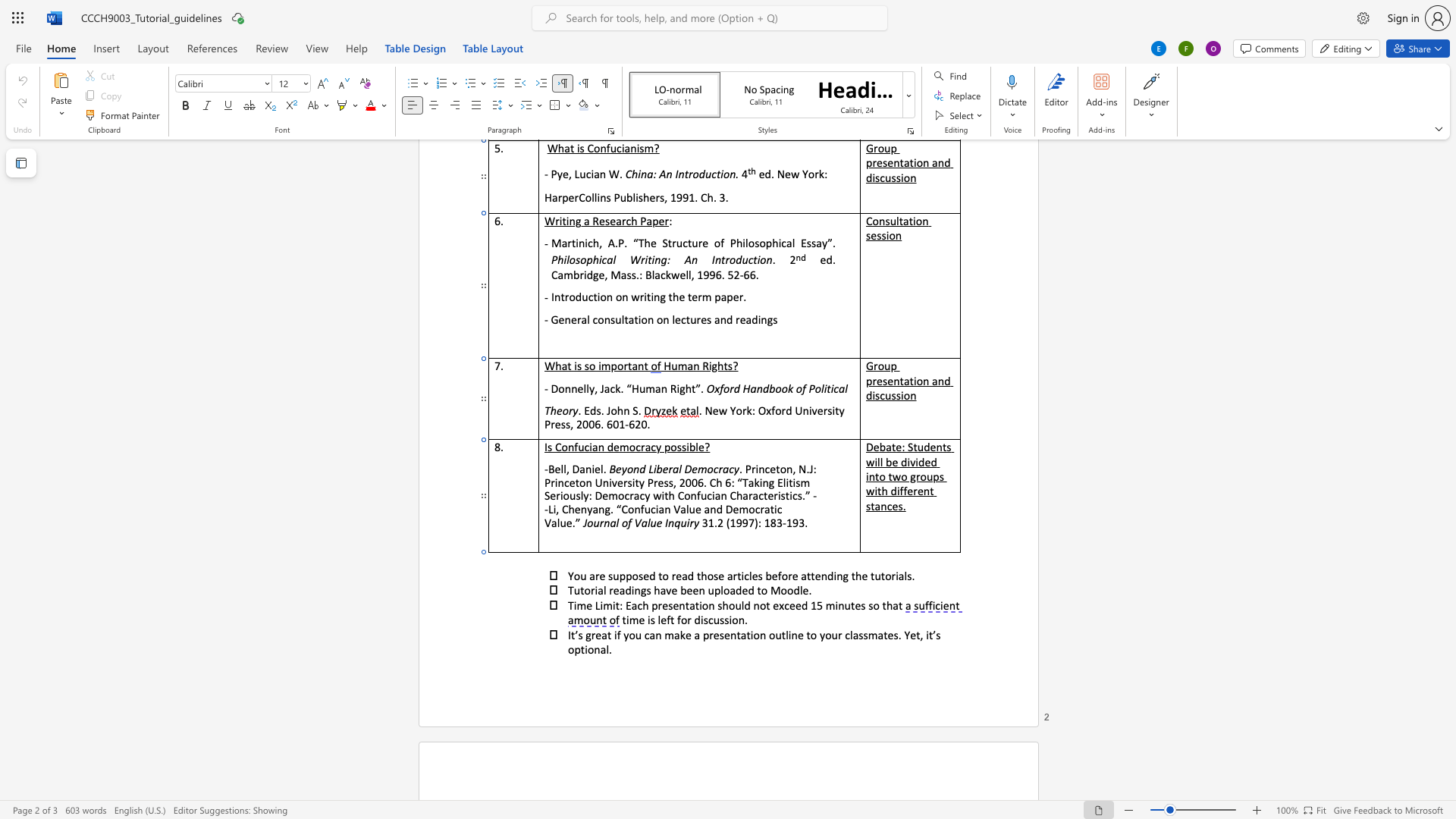 This screenshot has height=819, width=1456. Describe the element at coordinates (805, 576) in the screenshot. I see `the space between the continuous character "a" and "t" in the text` at that location.